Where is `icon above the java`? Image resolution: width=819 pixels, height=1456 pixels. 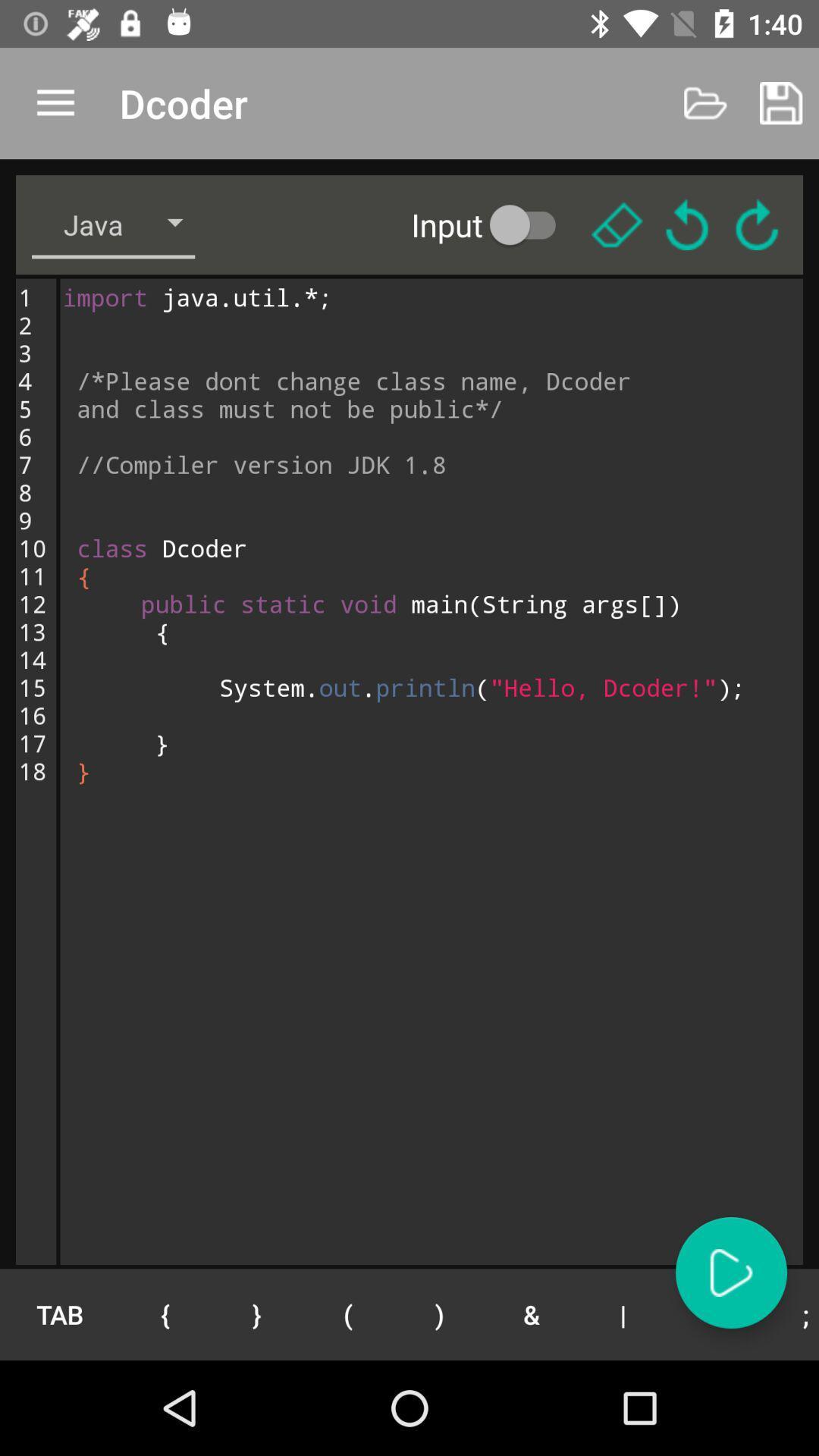
icon above the java is located at coordinates (55, 102).